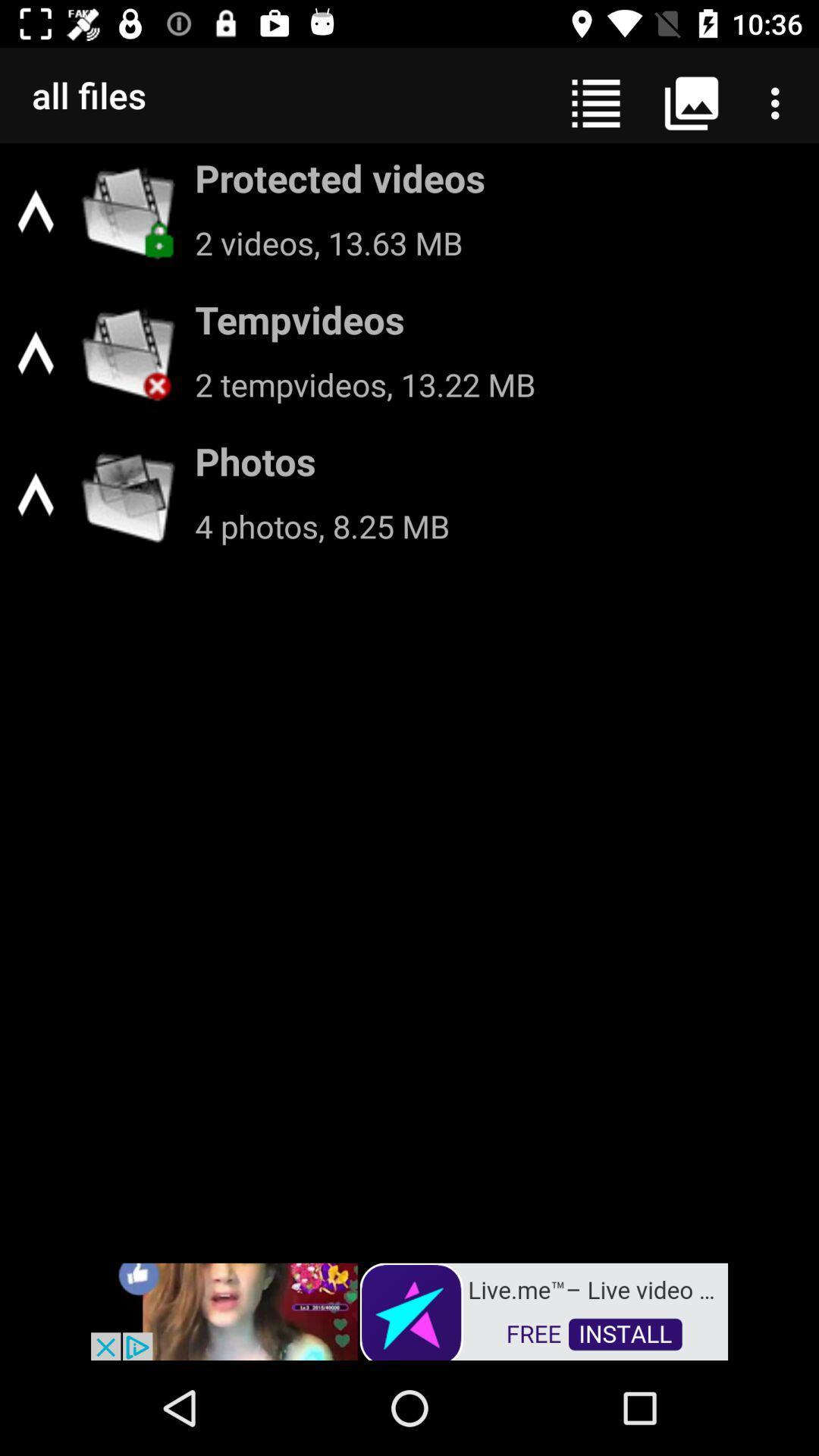 Image resolution: width=819 pixels, height=1456 pixels. Describe the element at coordinates (409, 1310) in the screenshot. I see `visualizar anncio` at that location.